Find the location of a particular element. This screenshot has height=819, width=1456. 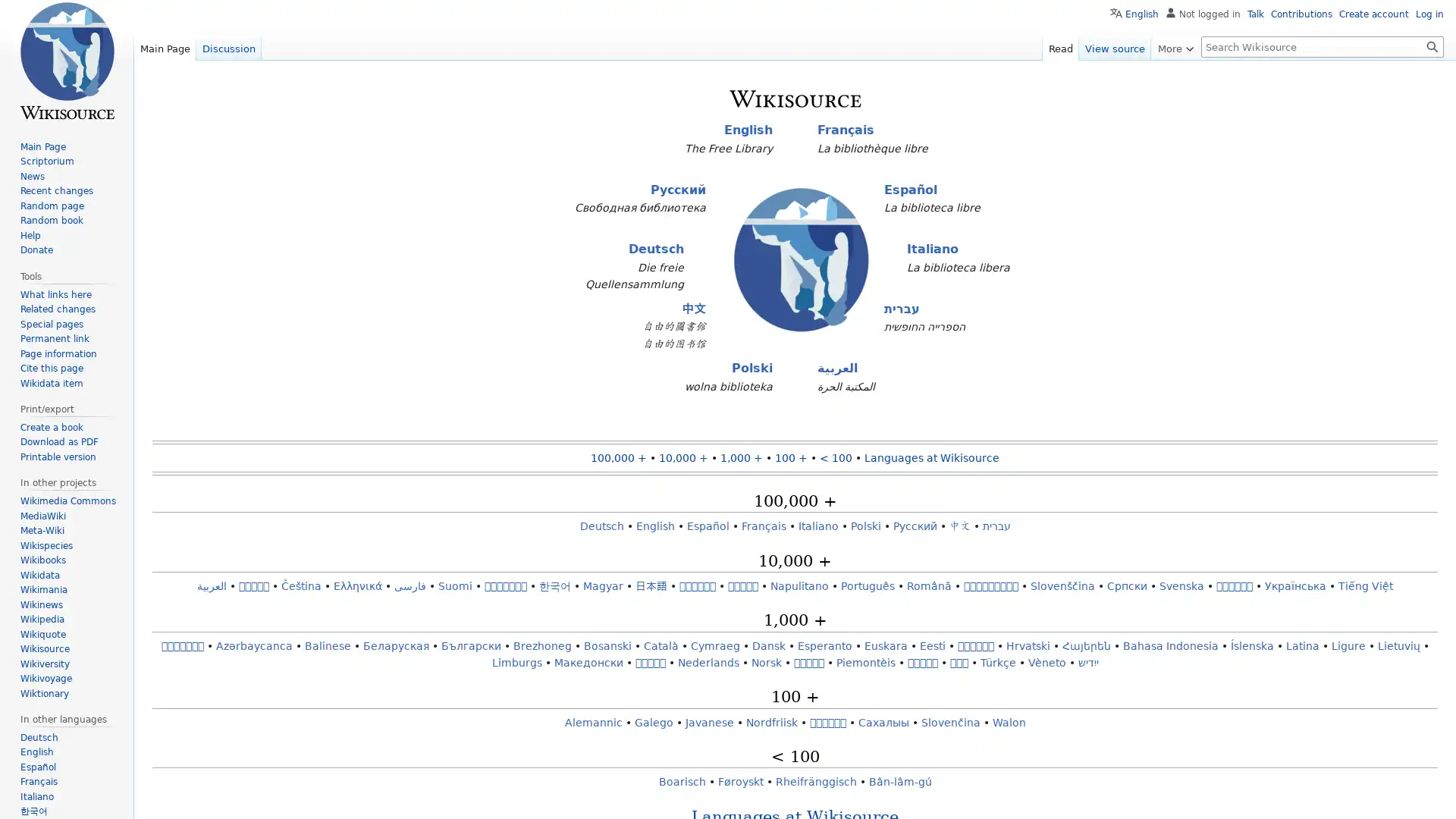

Search is located at coordinates (1432, 45).